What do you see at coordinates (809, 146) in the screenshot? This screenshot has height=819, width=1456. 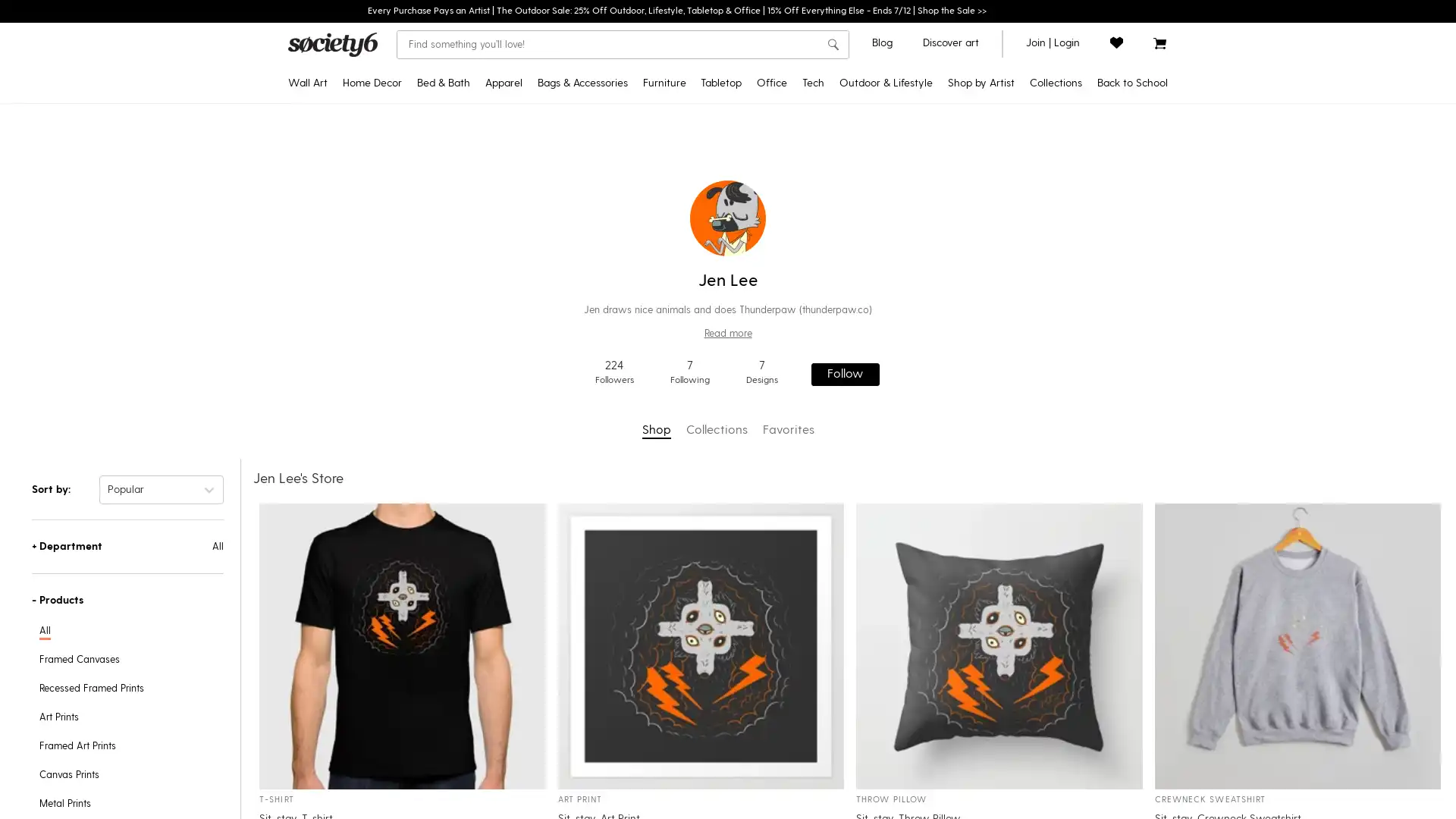 I see `Stickers` at bounding box center [809, 146].